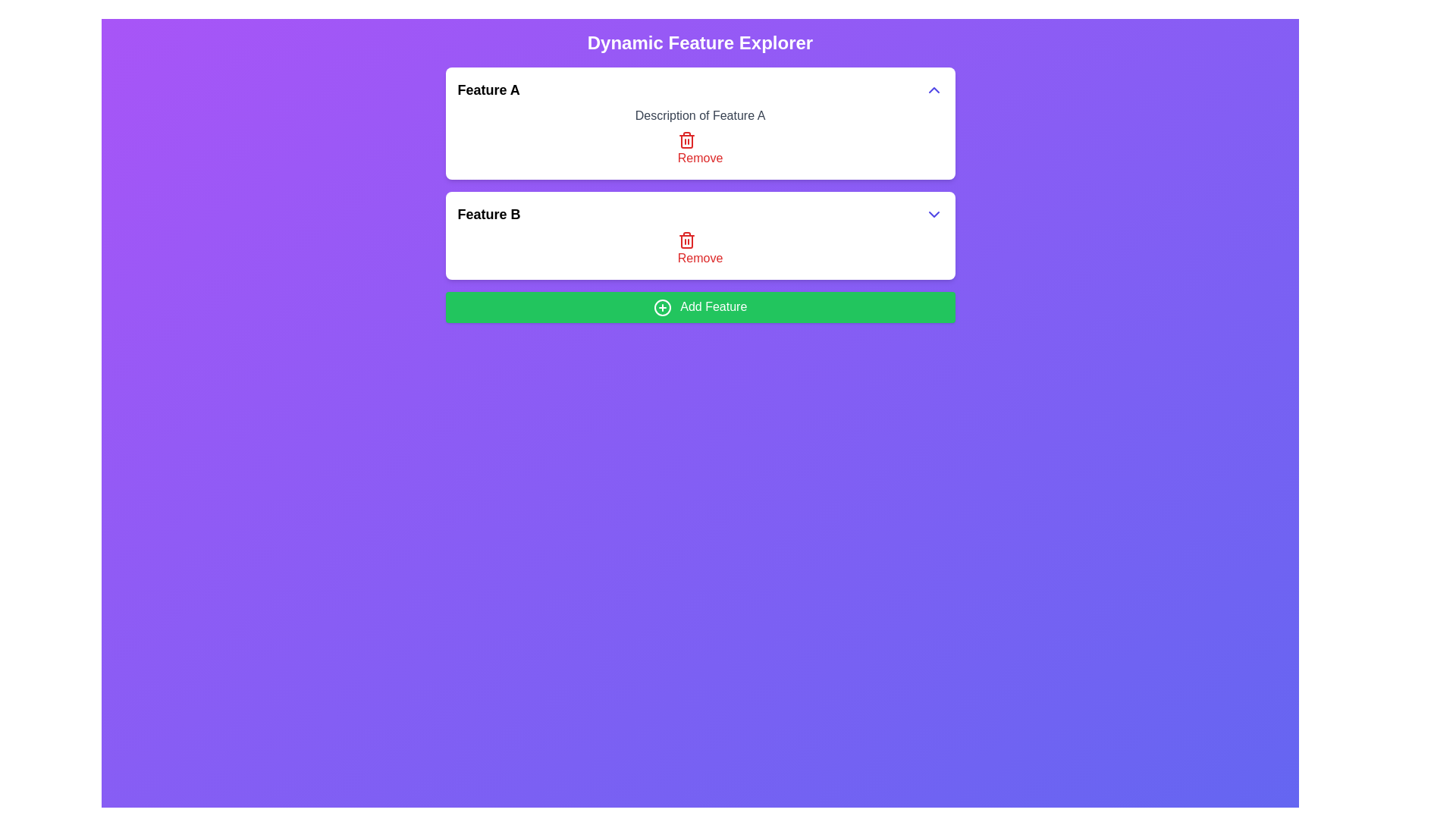  I want to click on the button located at the bottom of the interface, centered horizontally, so click(699, 307).